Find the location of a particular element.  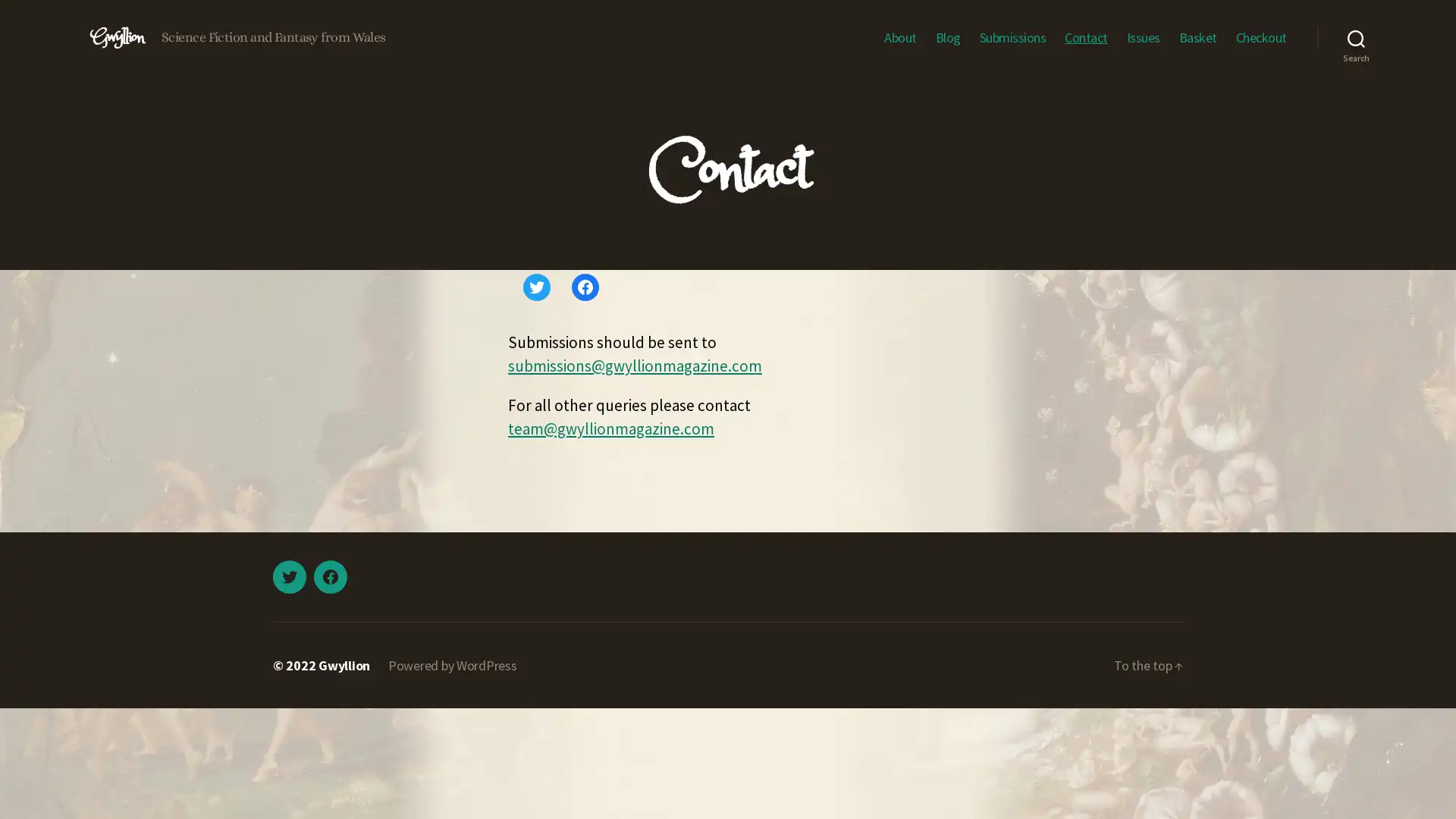

Search is located at coordinates (1356, 37).